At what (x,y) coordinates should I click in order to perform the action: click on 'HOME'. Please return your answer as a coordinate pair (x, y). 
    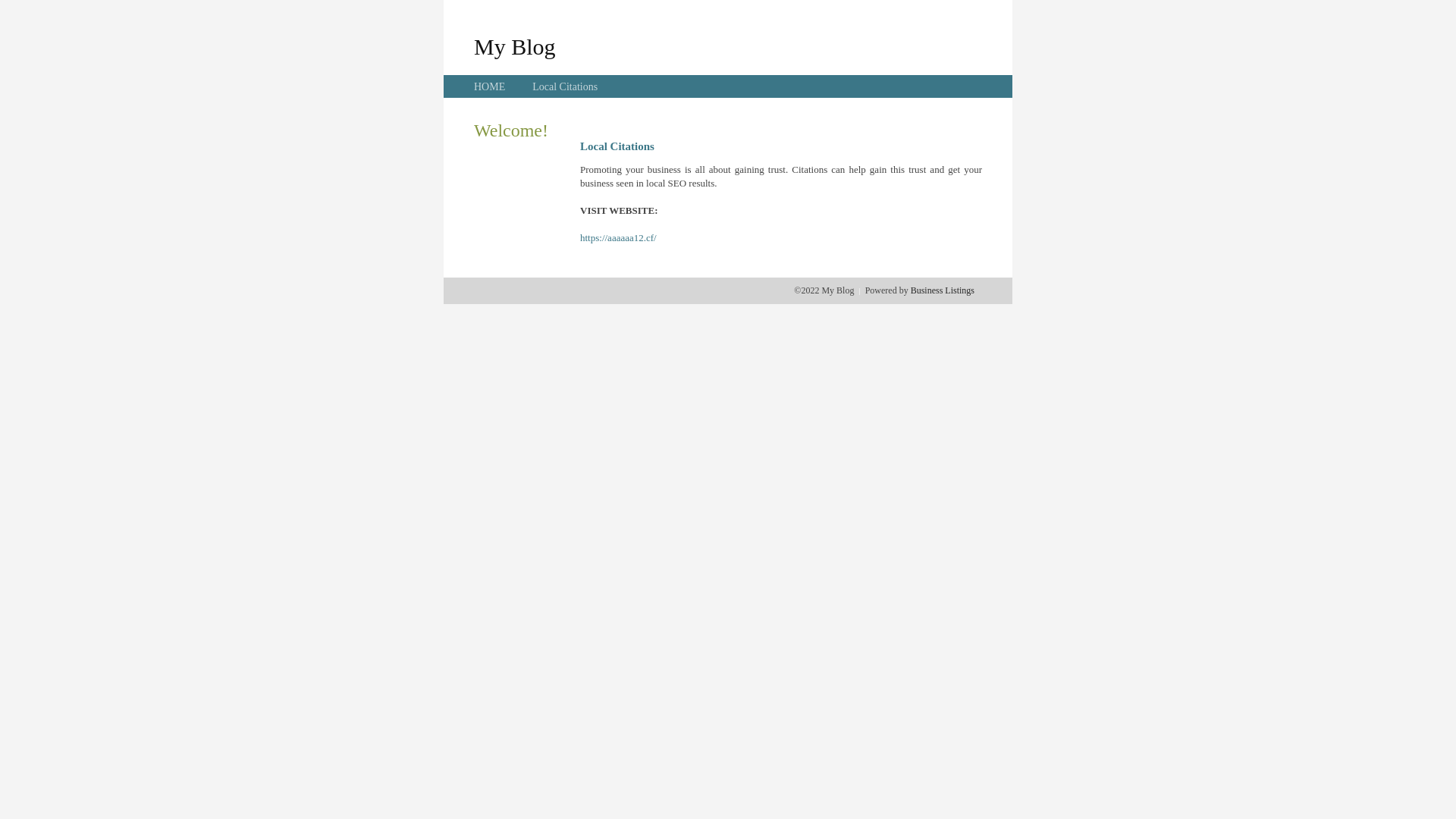
    Looking at the image, I should click on (489, 86).